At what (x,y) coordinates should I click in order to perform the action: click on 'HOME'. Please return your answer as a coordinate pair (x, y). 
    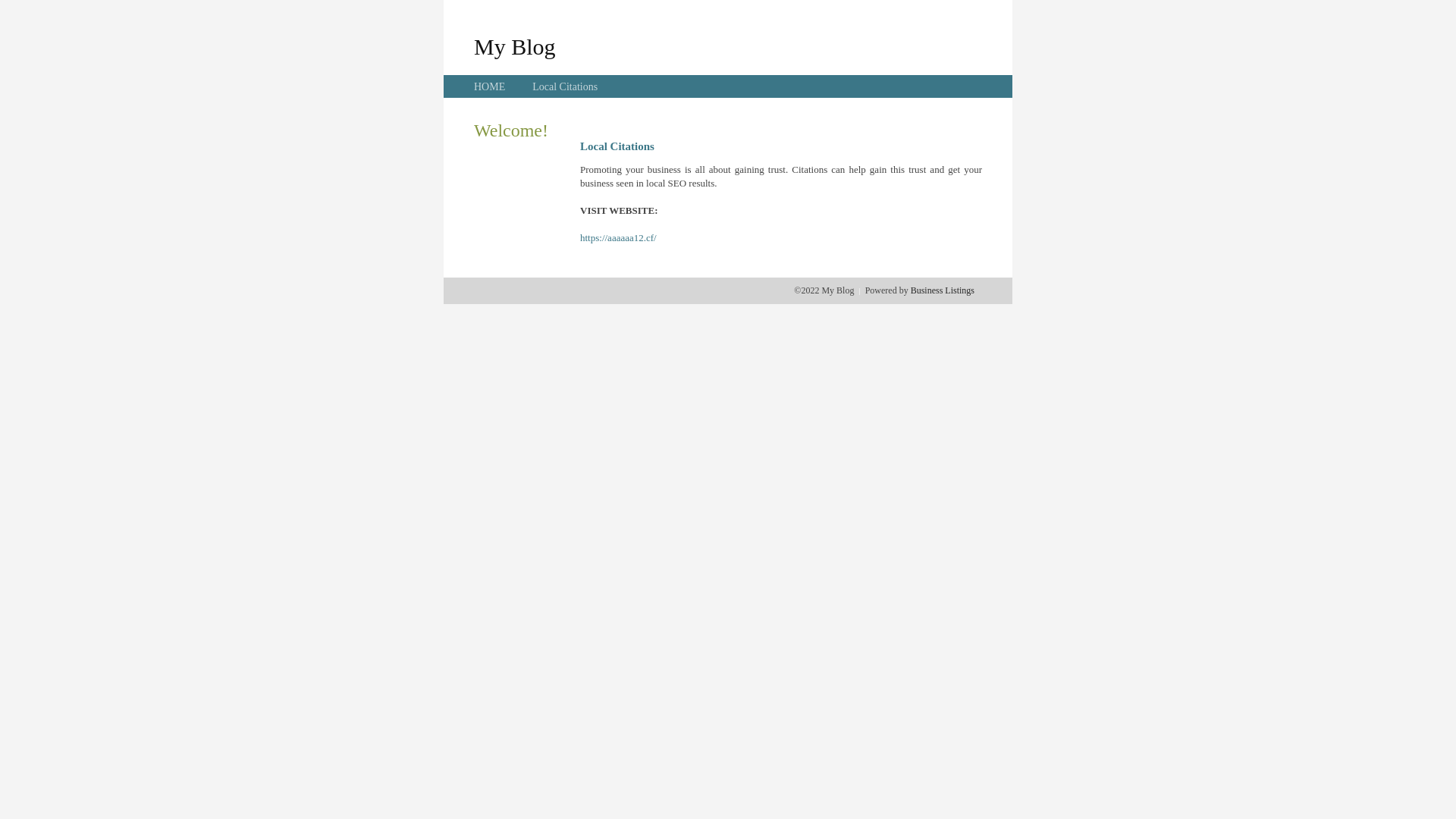
    Looking at the image, I should click on (489, 86).